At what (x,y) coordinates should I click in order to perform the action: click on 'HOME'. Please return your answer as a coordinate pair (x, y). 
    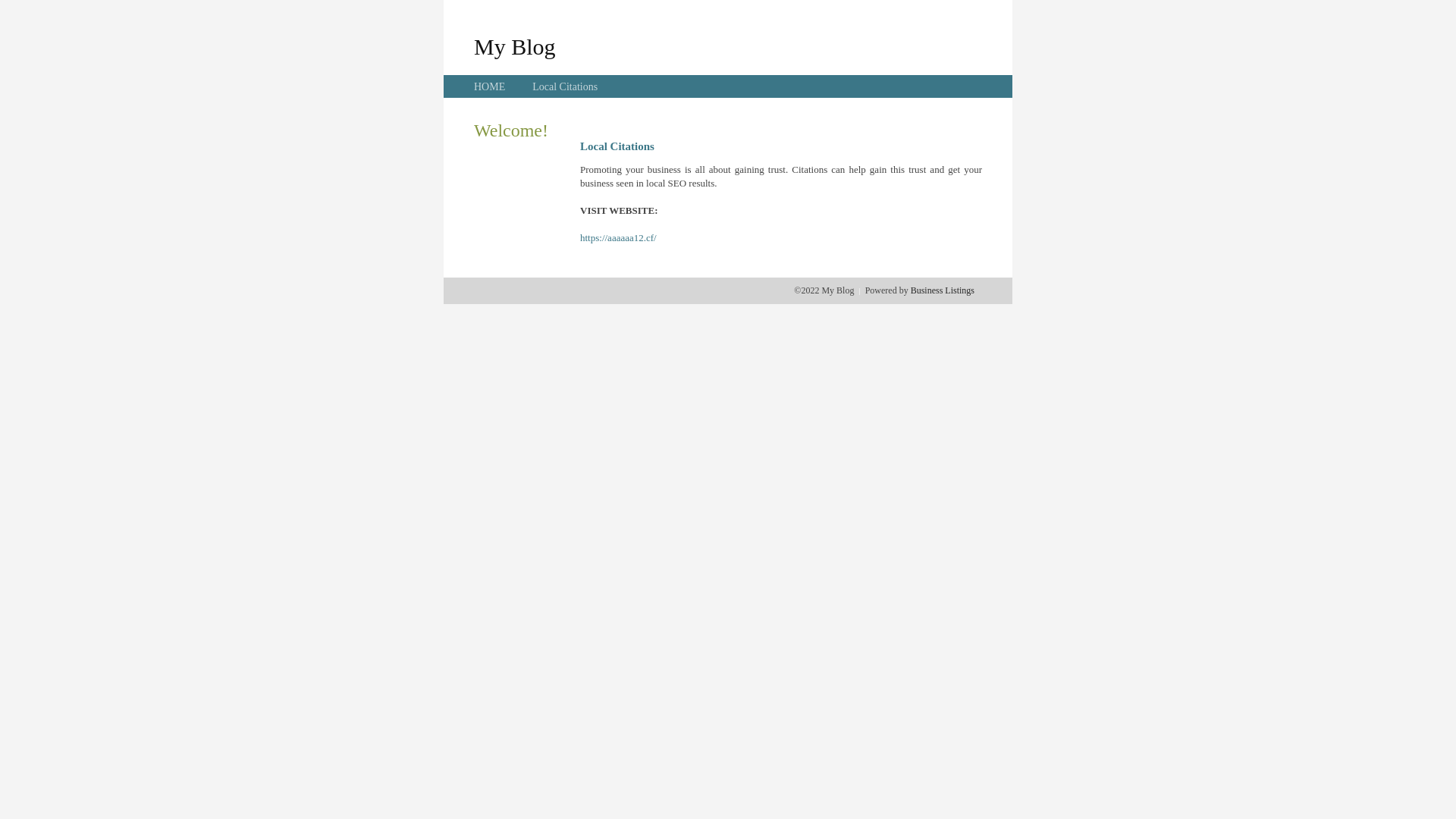
    Looking at the image, I should click on (489, 86).